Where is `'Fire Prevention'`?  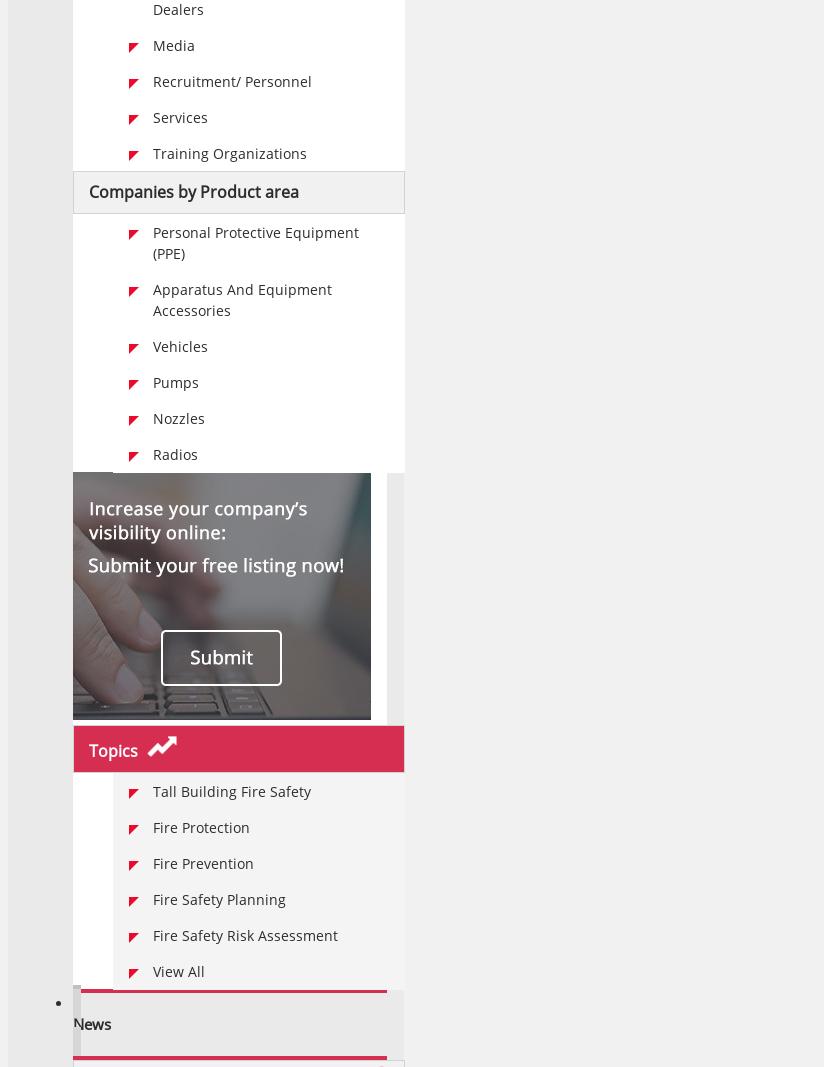
'Fire Prevention' is located at coordinates (203, 862).